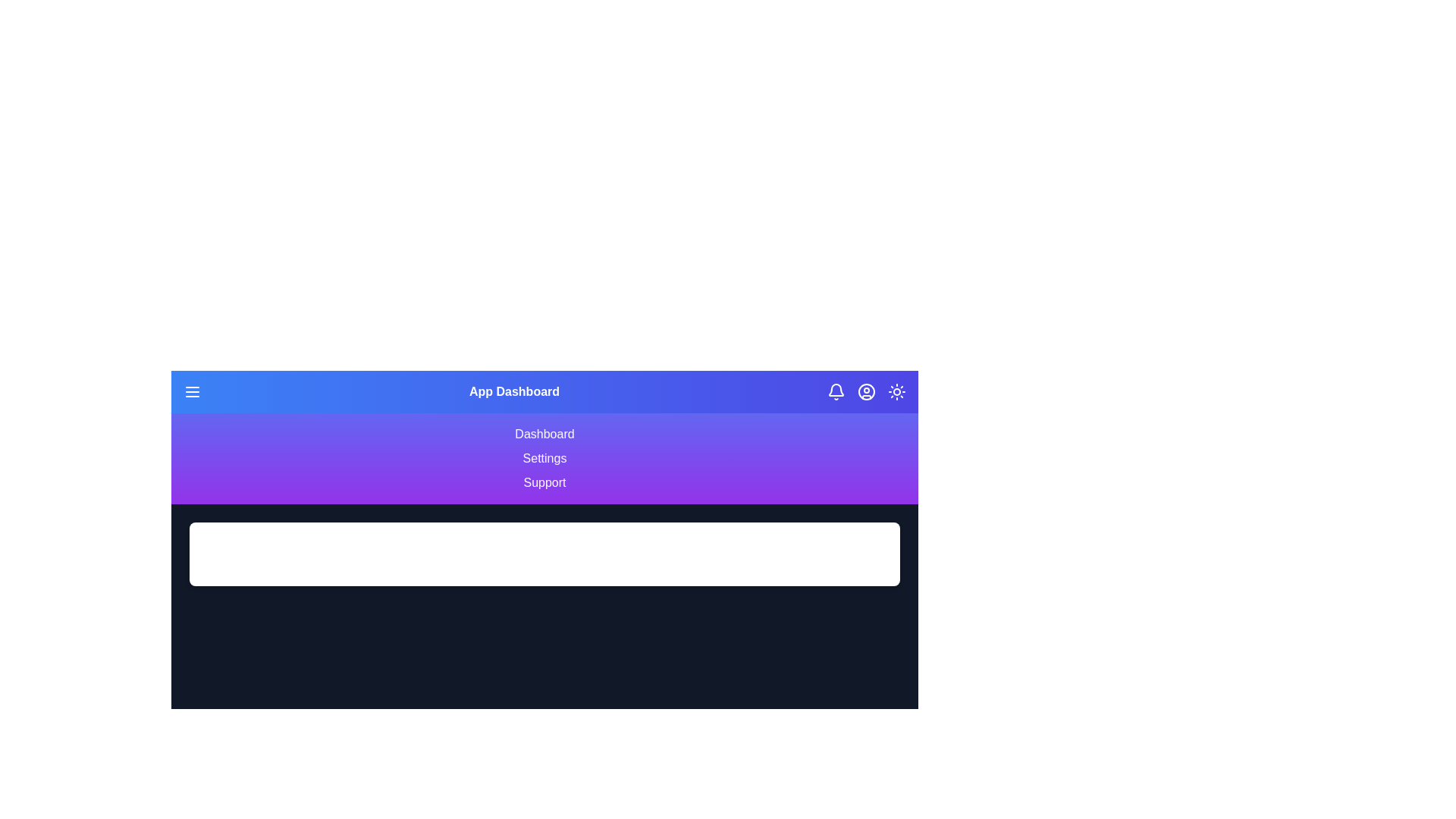  Describe the element at coordinates (192, 391) in the screenshot. I see `the menu icon to toggle the menu visibility` at that location.